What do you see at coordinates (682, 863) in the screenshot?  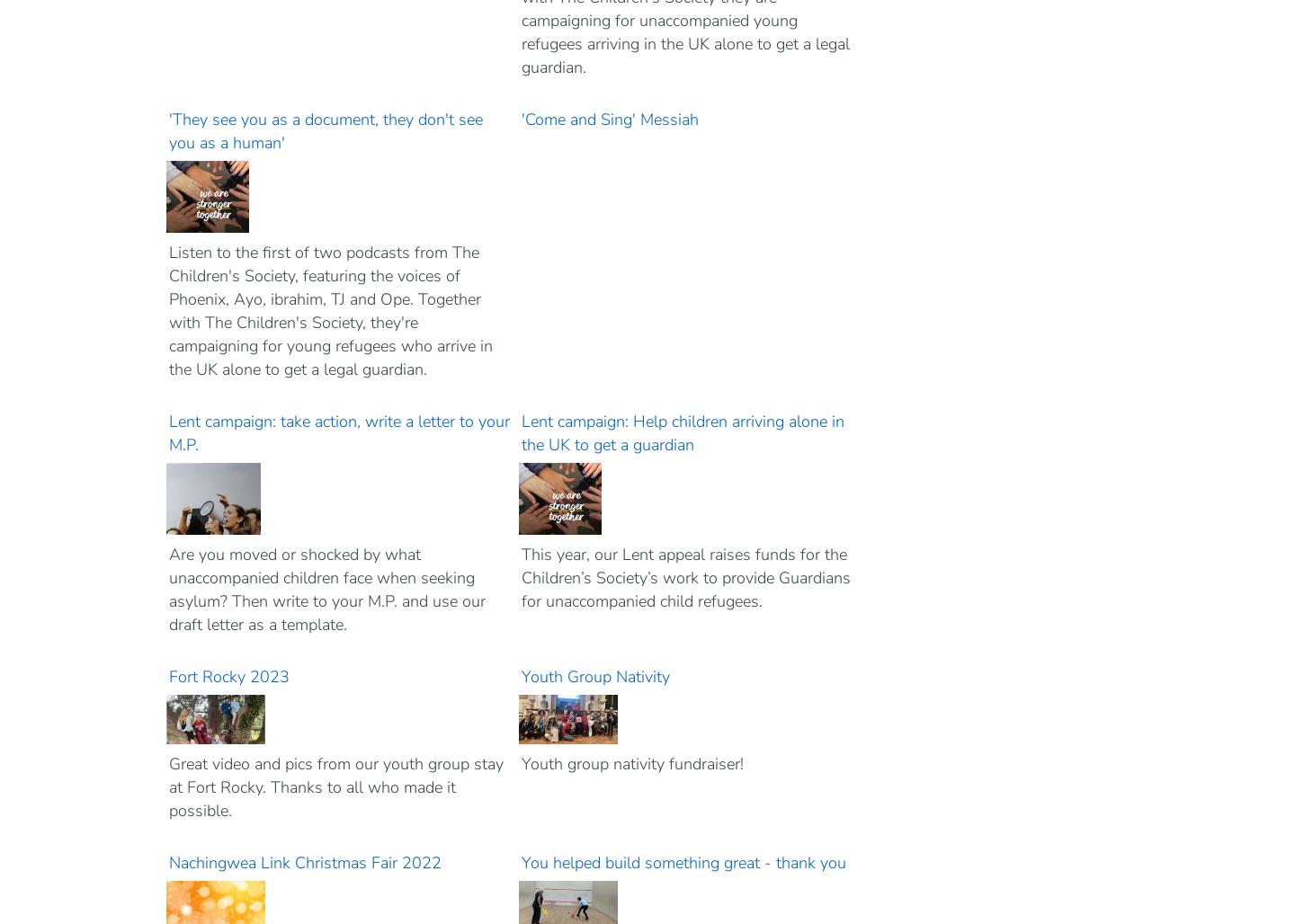 I see `'You helped build something great - thank you'` at bounding box center [682, 863].